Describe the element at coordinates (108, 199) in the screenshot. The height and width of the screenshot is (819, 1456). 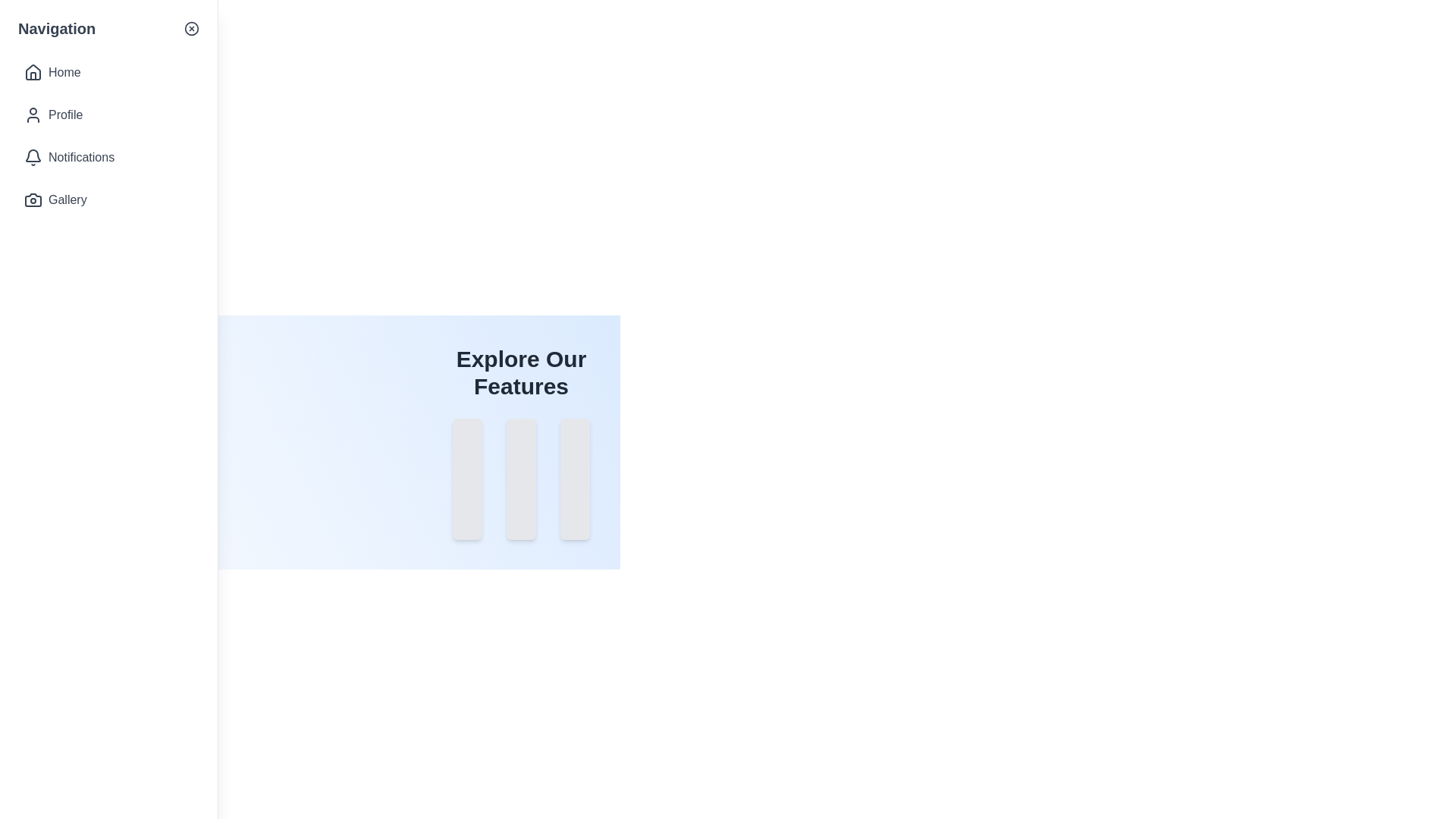
I see `the 'Gallery' navigation menu item, which is the fourth item in the vertical navigation panel` at that location.